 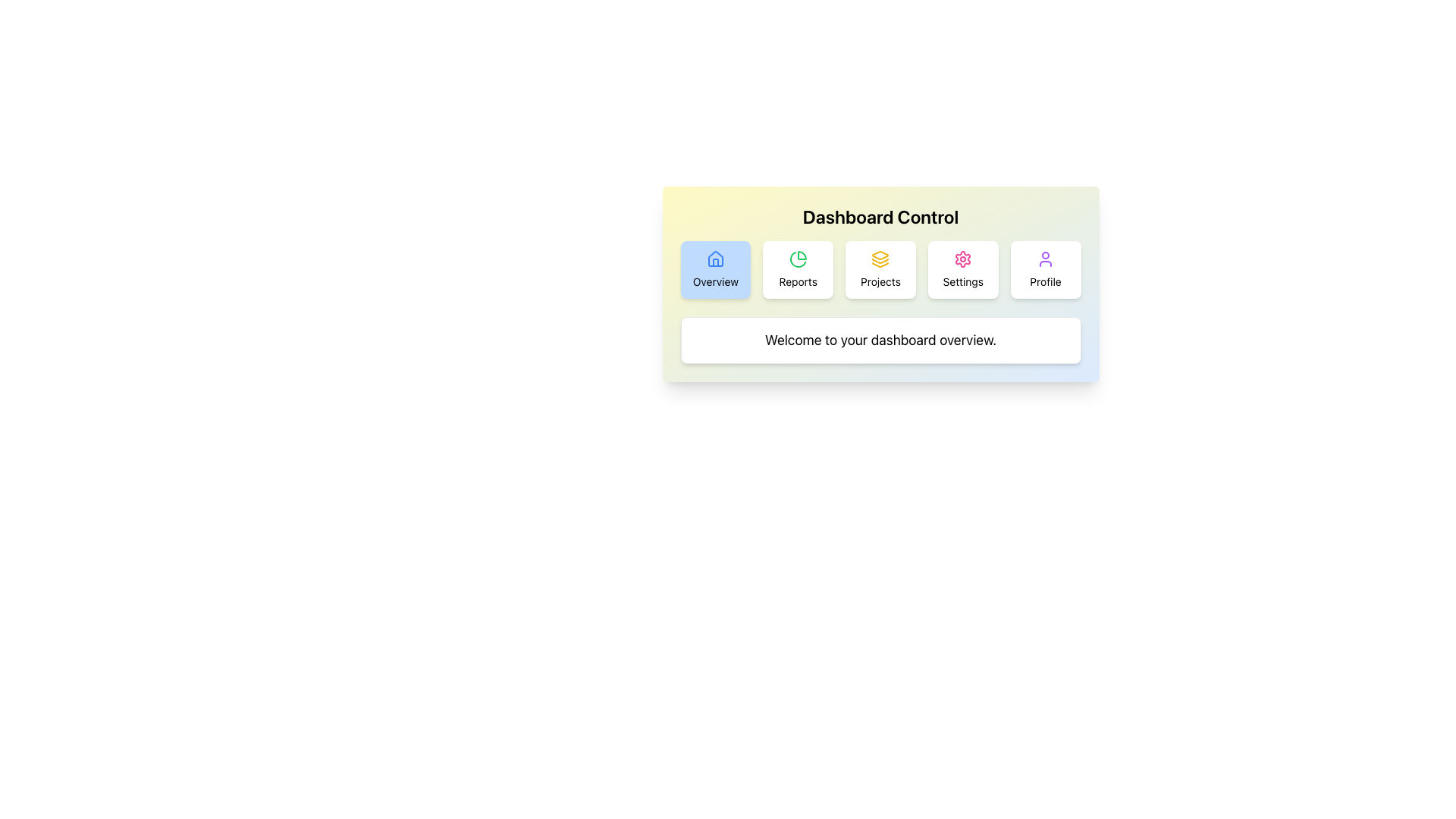 I want to click on the cogwheel icon embedded within the 'Settings' button, which is the fourth button from the left in the horizontal row below 'Dashboard Control', so click(x=962, y=259).